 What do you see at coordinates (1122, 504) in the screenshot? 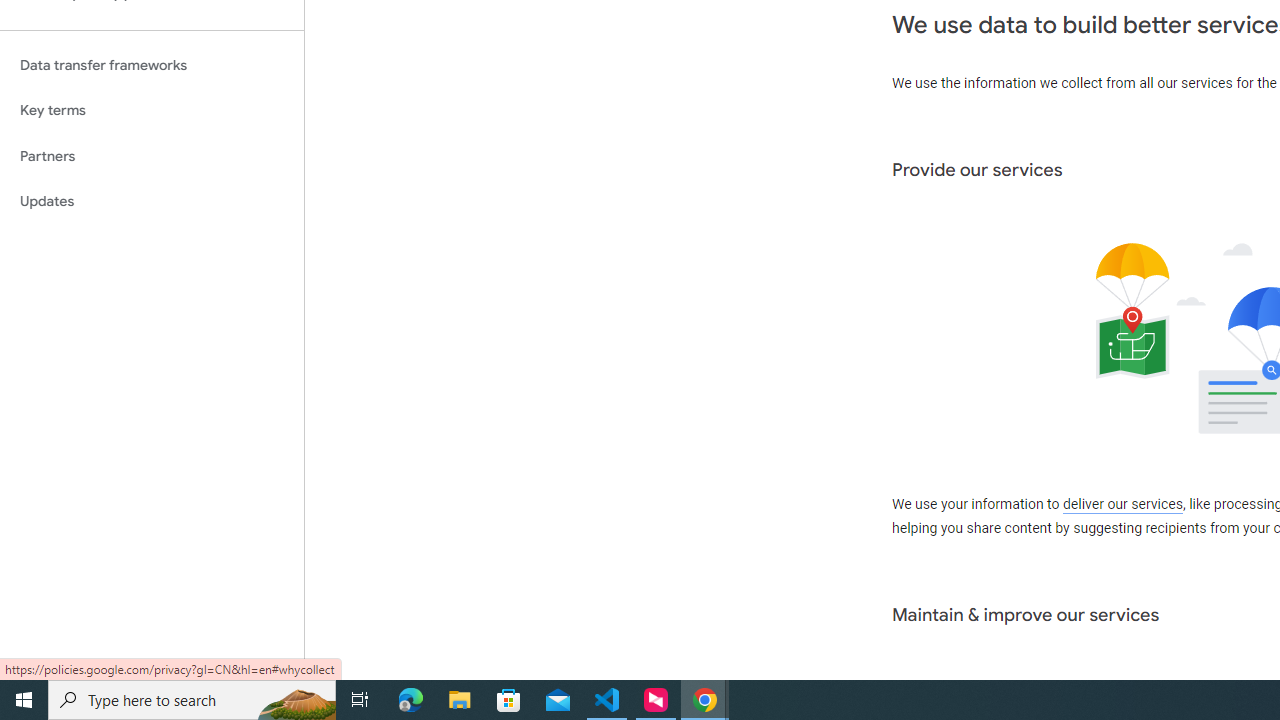
I see `'deliver our services'` at bounding box center [1122, 504].